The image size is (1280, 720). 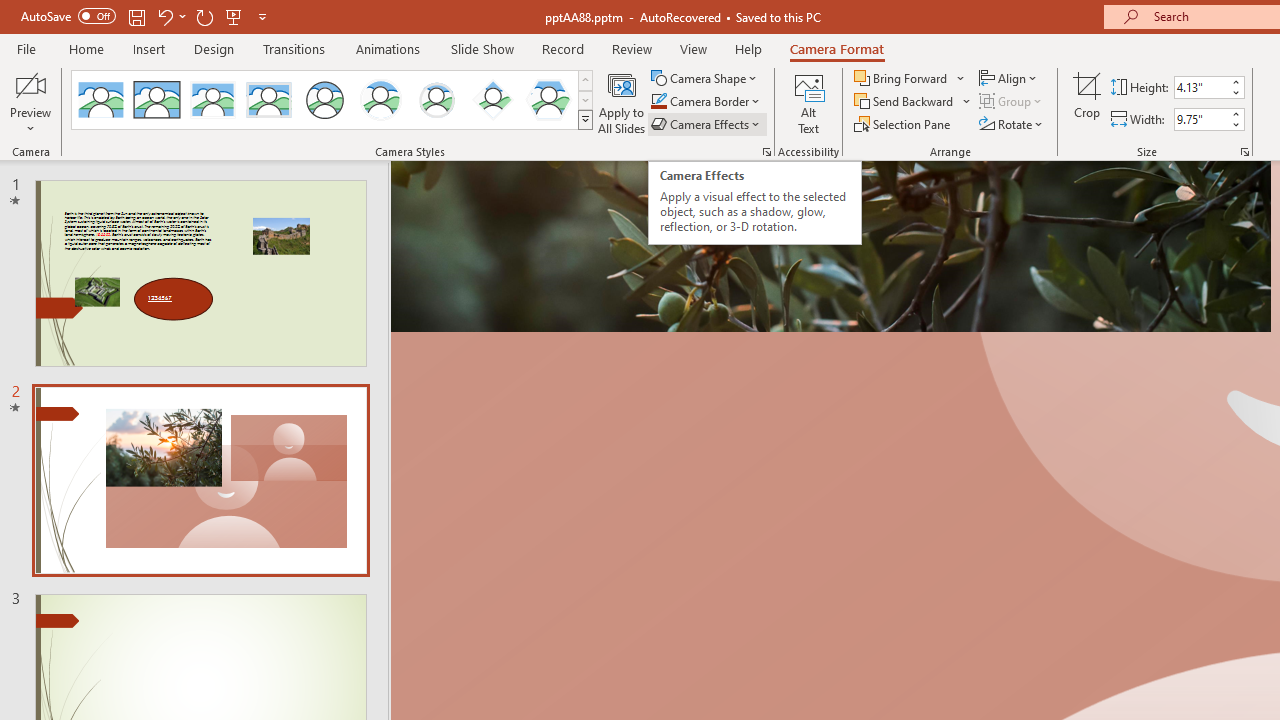 What do you see at coordinates (436, 100) in the screenshot?
I see `'Soft Edge Circle'` at bounding box center [436, 100].